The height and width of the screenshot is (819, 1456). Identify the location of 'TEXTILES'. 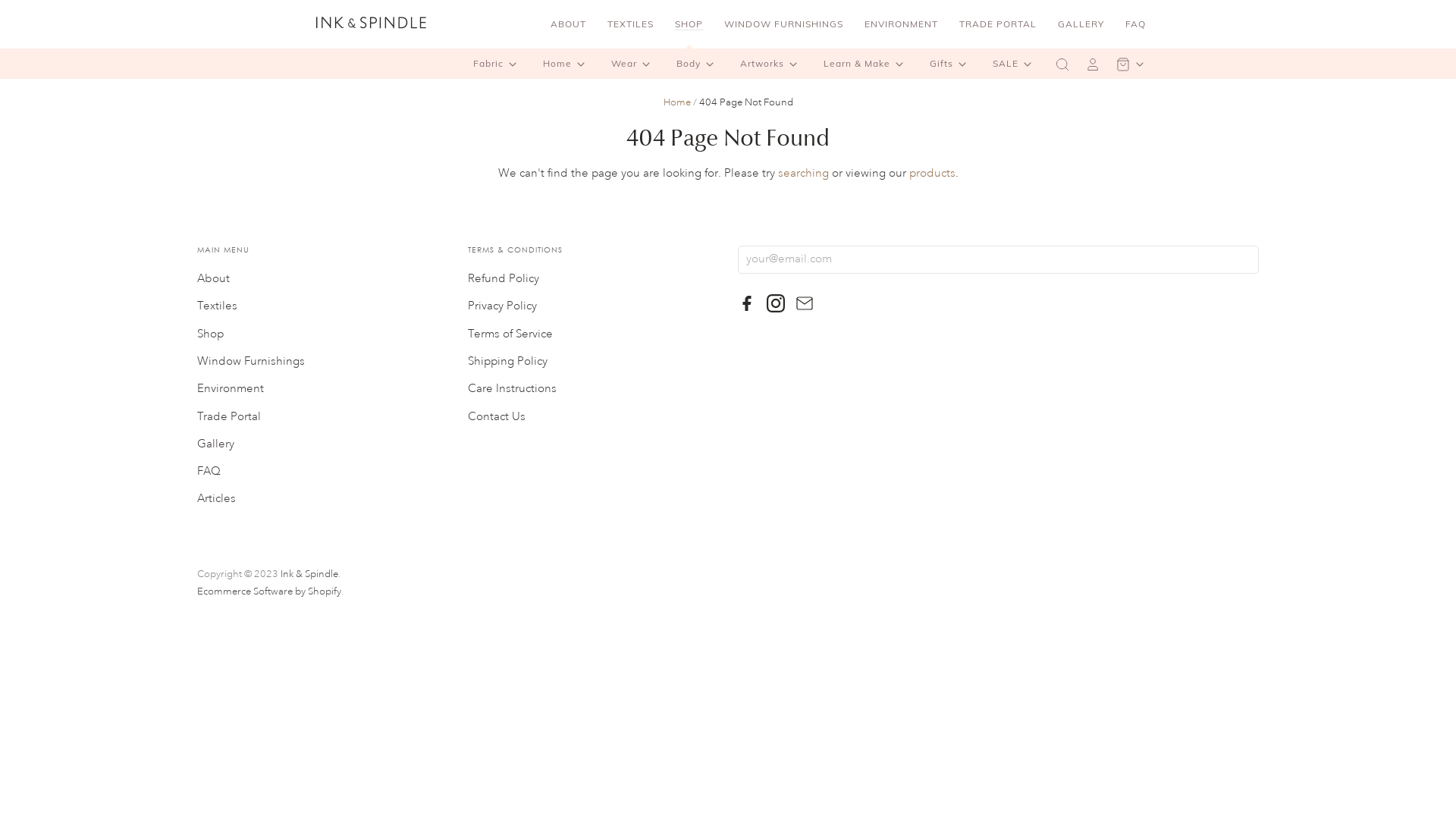
(630, 24).